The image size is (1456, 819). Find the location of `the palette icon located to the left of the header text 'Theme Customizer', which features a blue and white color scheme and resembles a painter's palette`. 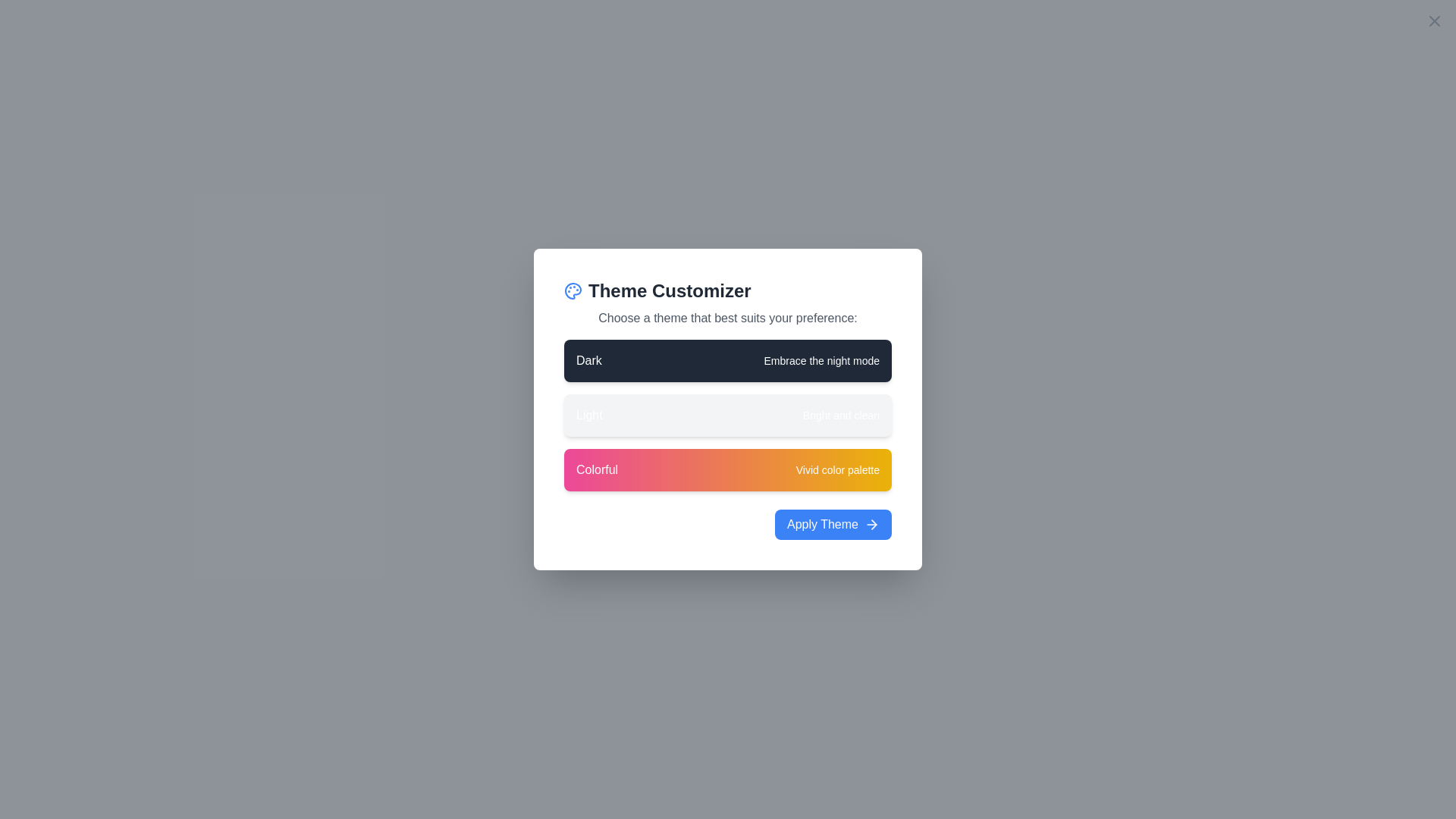

the palette icon located to the left of the header text 'Theme Customizer', which features a blue and white color scheme and resembles a painter's palette is located at coordinates (572, 291).